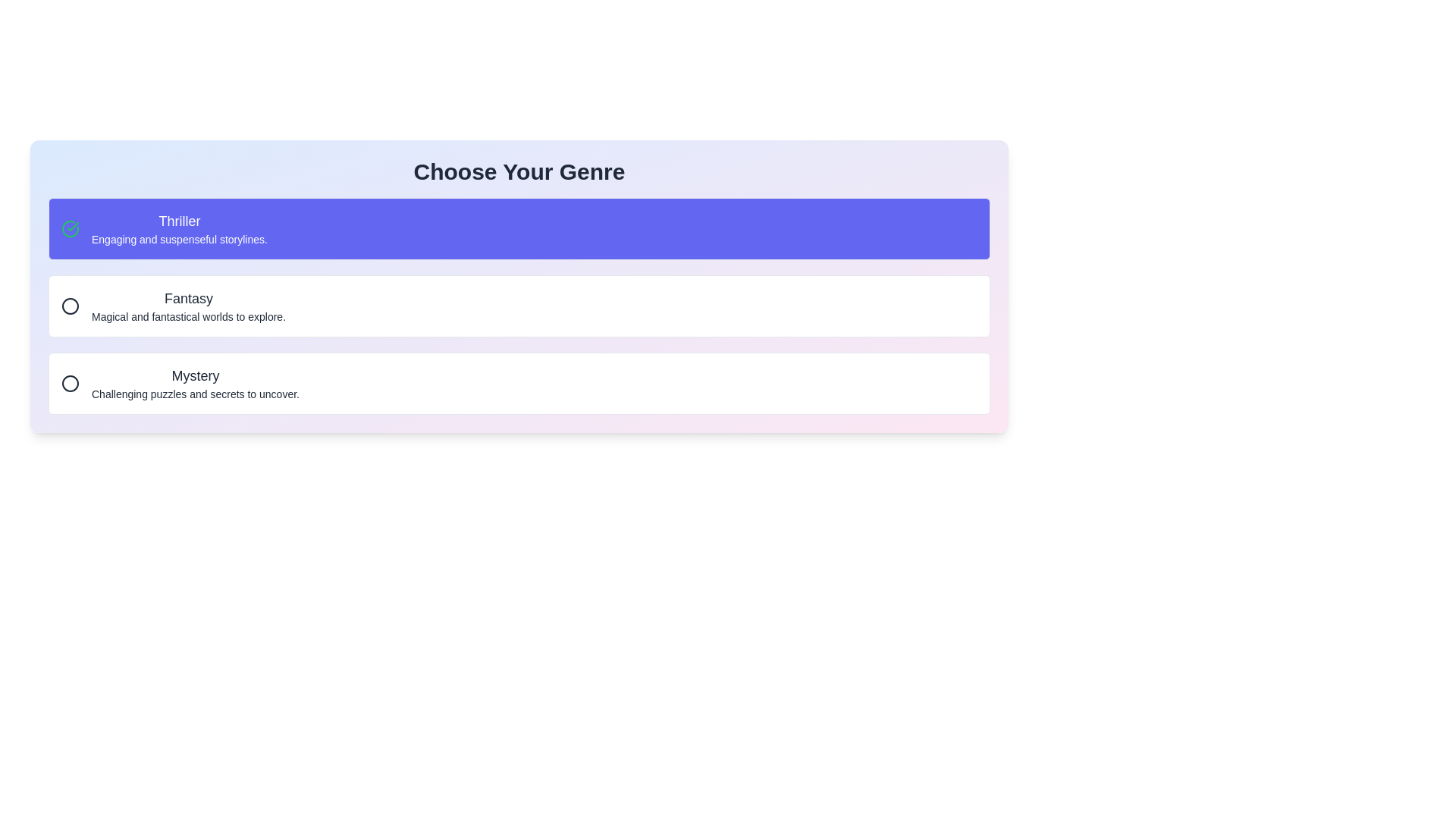 The width and height of the screenshot is (1456, 819). What do you see at coordinates (179, 239) in the screenshot?
I see `text label displaying 'Engaging and suspenseful storylines.' which is located beneath the header 'Thriller' within a purple-highlighted rectangular section` at bounding box center [179, 239].